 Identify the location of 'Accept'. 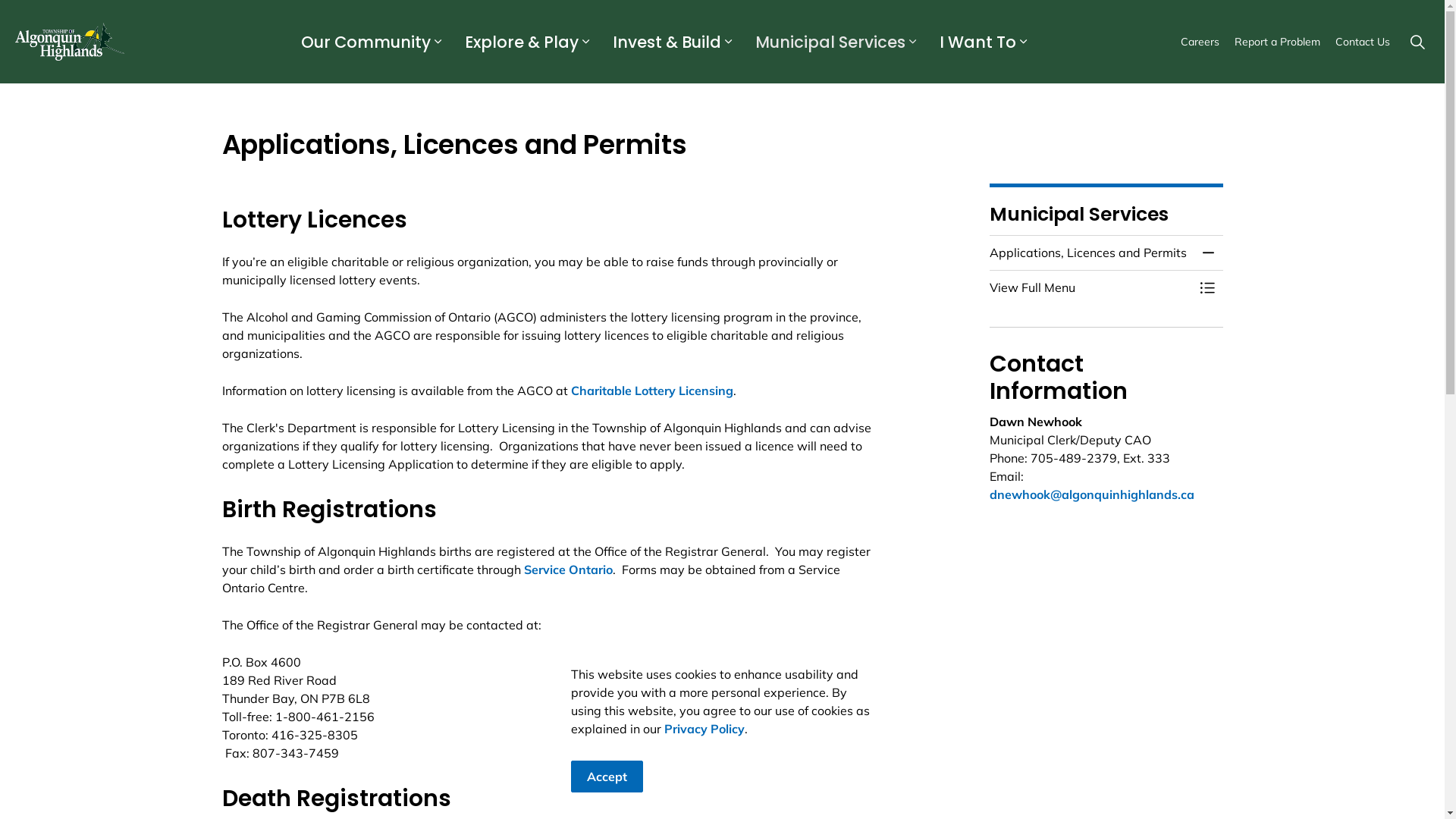
(570, 776).